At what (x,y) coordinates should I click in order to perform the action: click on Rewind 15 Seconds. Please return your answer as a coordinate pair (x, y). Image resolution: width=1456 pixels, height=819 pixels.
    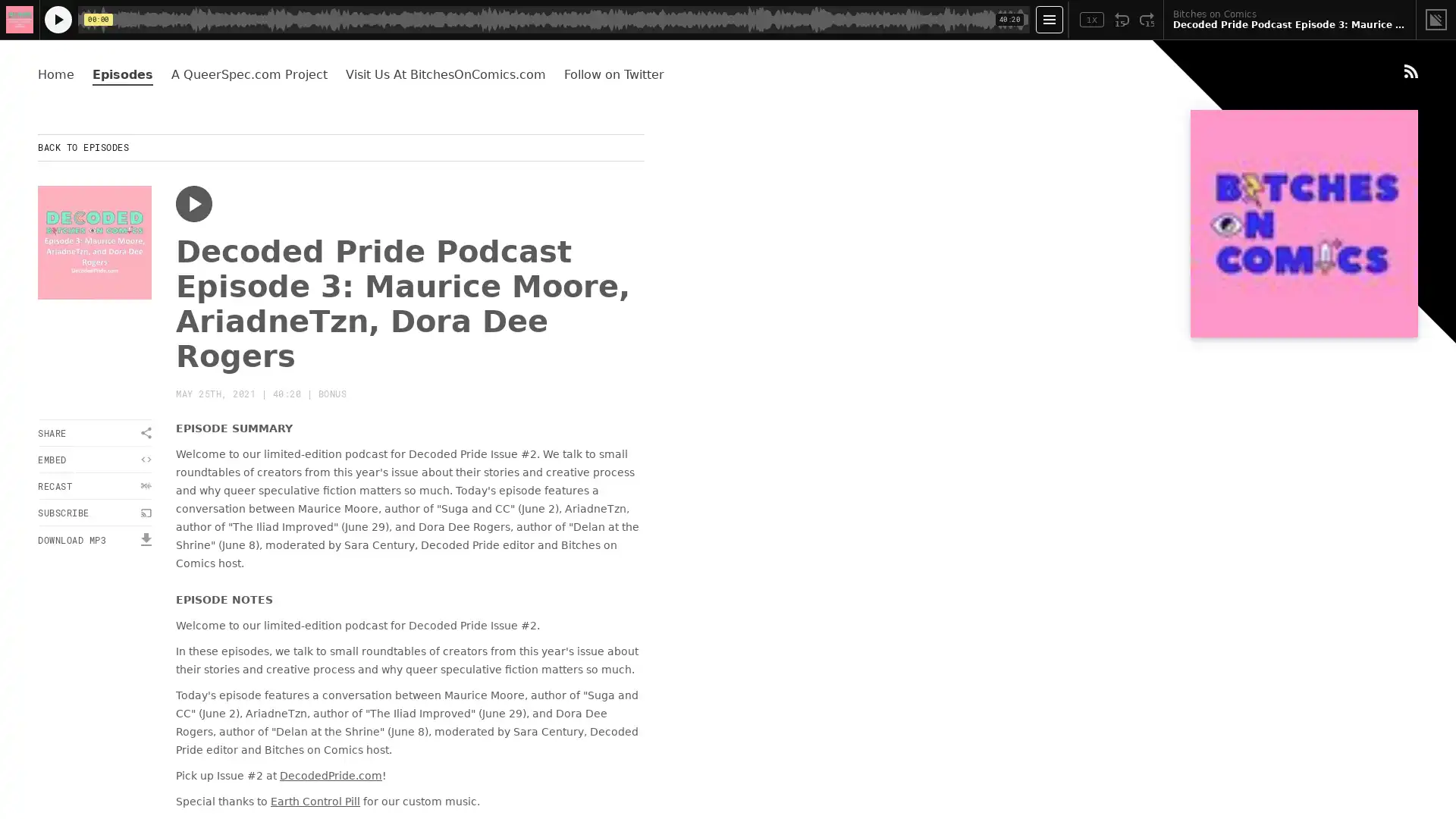
    Looking at the image, I should click on (1122, 20).